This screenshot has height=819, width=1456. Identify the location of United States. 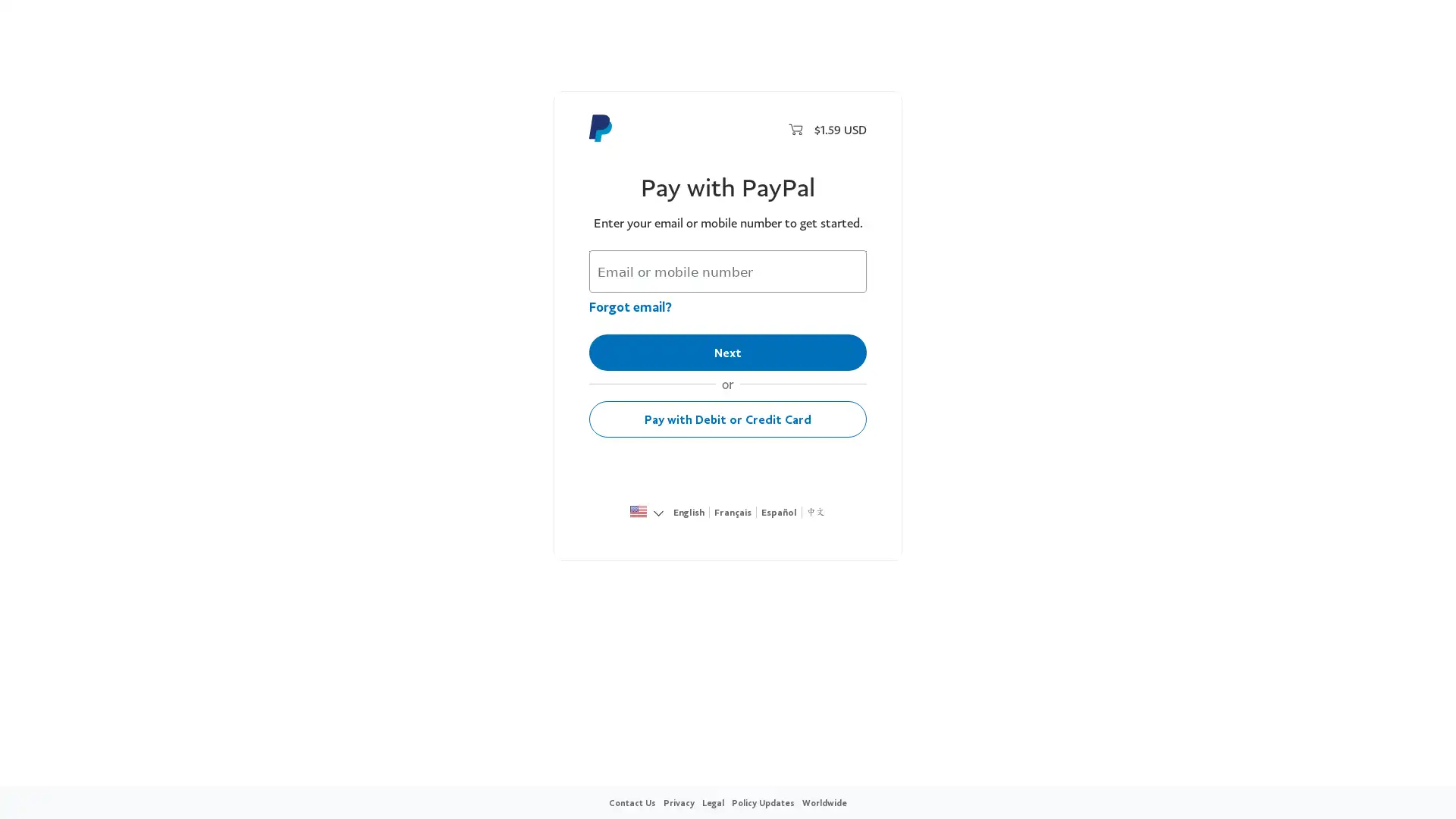
(638, 513).